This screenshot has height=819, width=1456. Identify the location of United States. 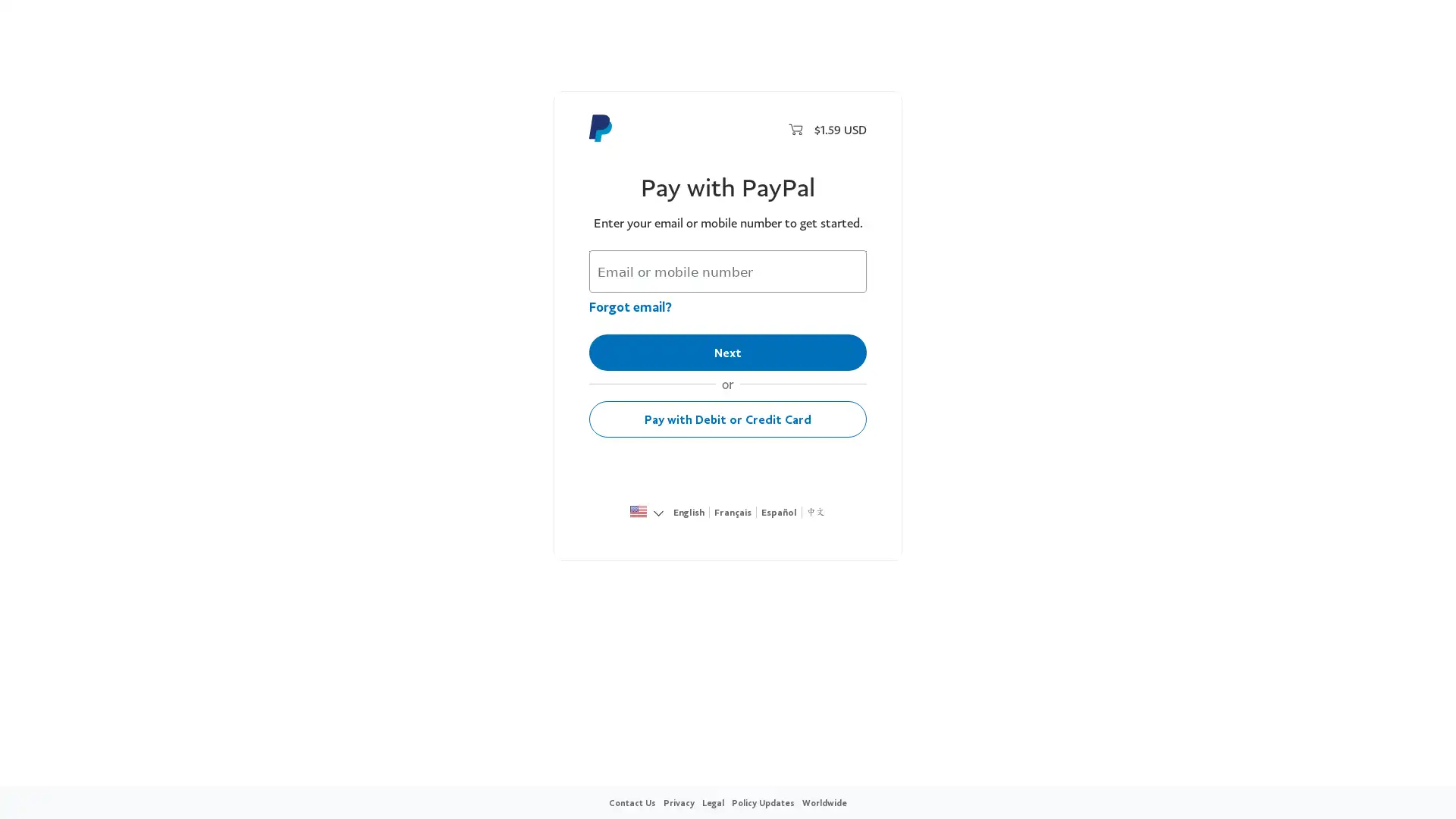
(638, 513).